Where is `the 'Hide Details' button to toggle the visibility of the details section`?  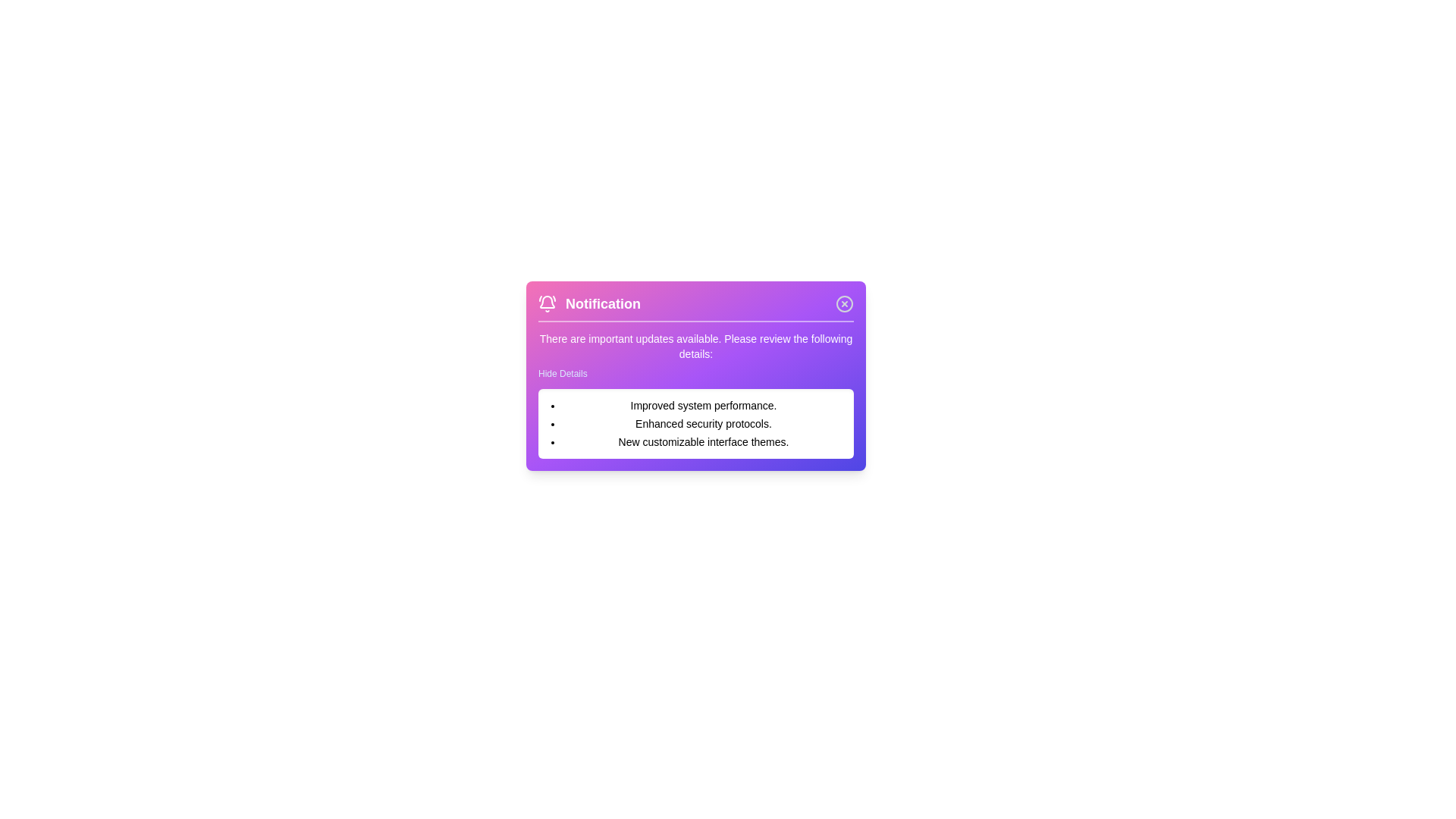 the 'Hide Details' button to toggle the visibility of the details section is located at coordinates (562, 374).